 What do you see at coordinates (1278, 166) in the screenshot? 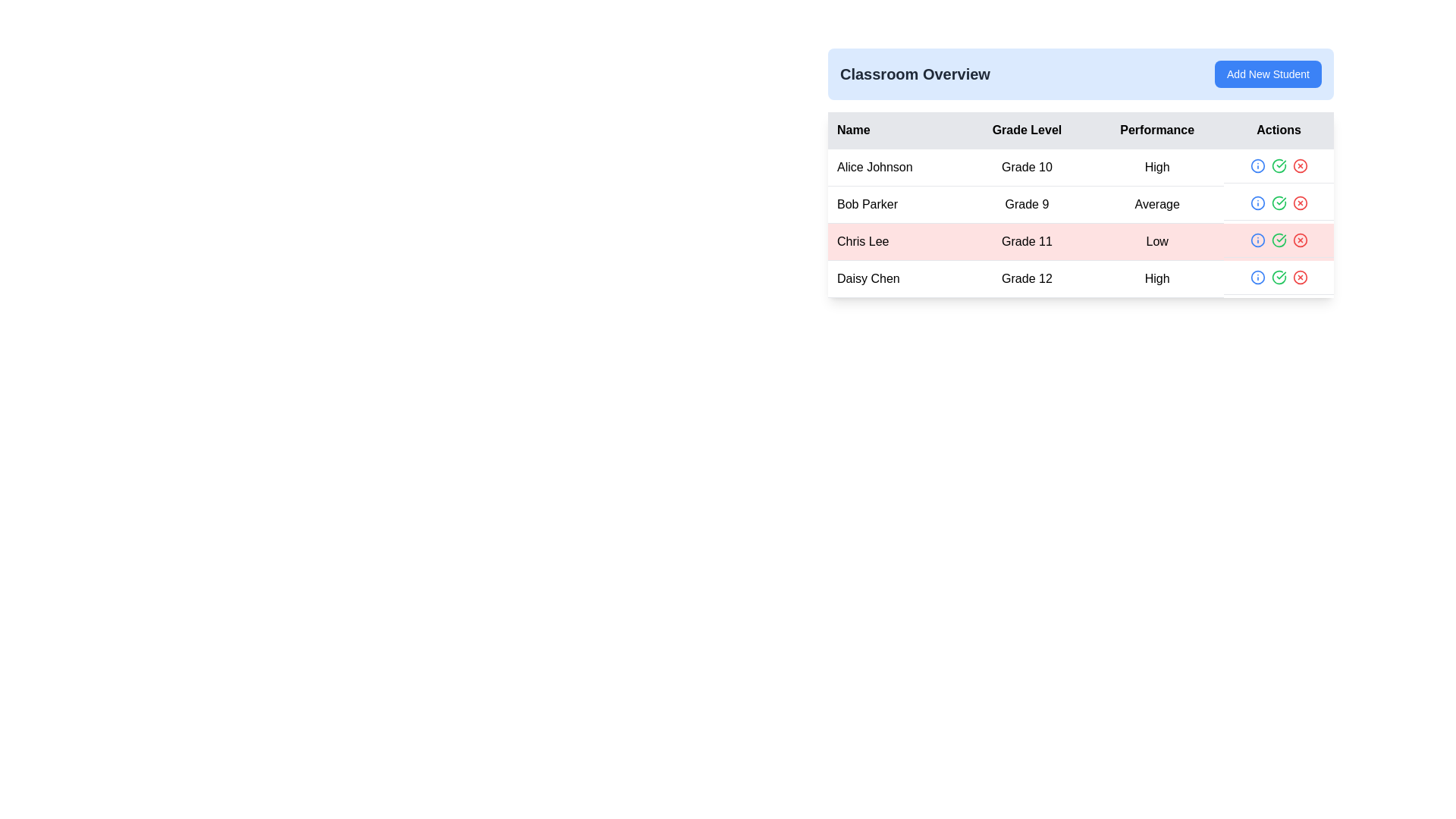
I see `the green checkmark icon` at bounding box center [1278, 166].